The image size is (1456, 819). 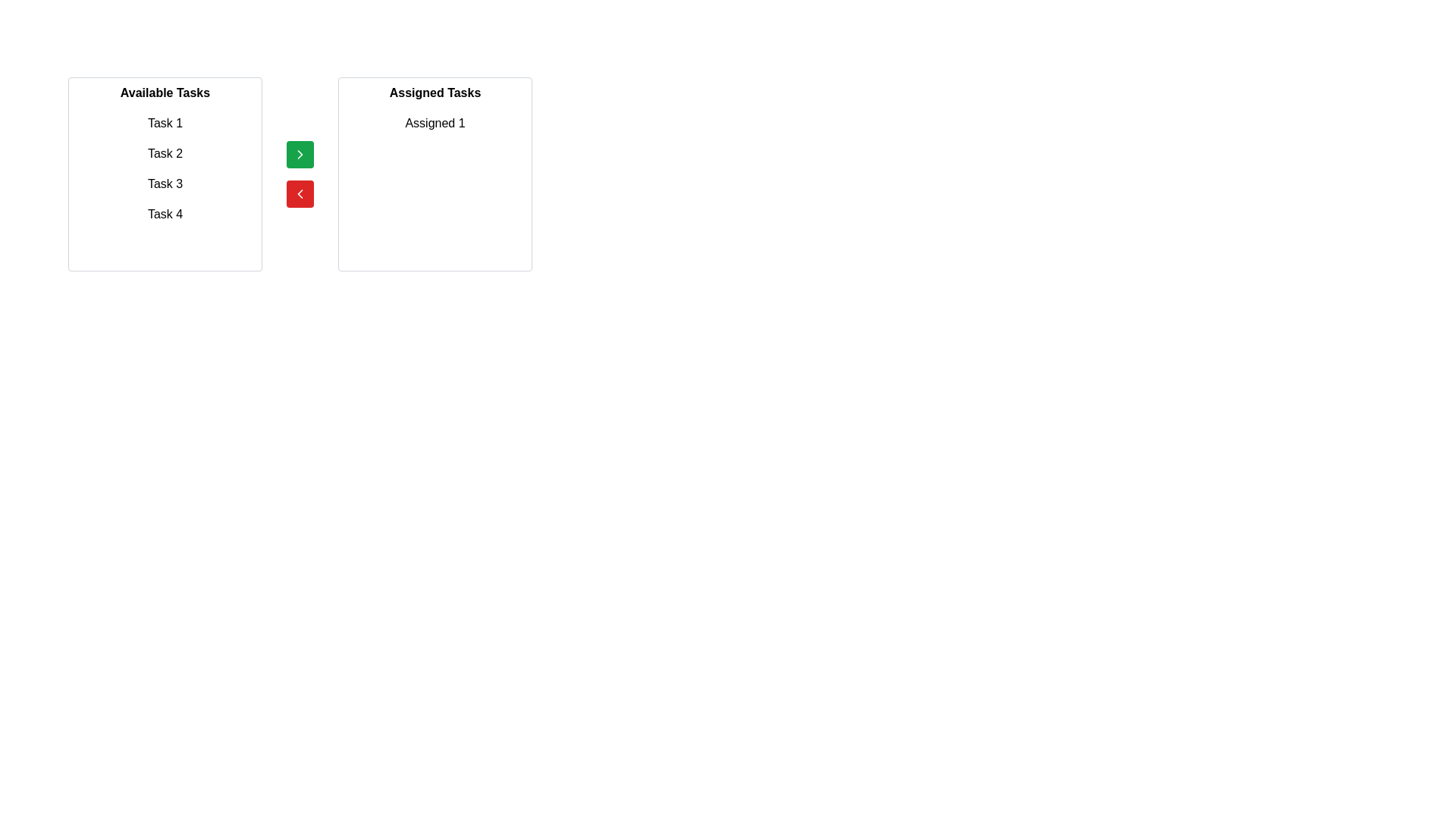 I want to click on the Icon button that facilitates navigation or action related to moving tasks in the direction it points, located between the 'Available Tasks' and 'Assigned Tasks' columns, below a green button with a right-pointing chevron icon, so click(x=300, y=193).